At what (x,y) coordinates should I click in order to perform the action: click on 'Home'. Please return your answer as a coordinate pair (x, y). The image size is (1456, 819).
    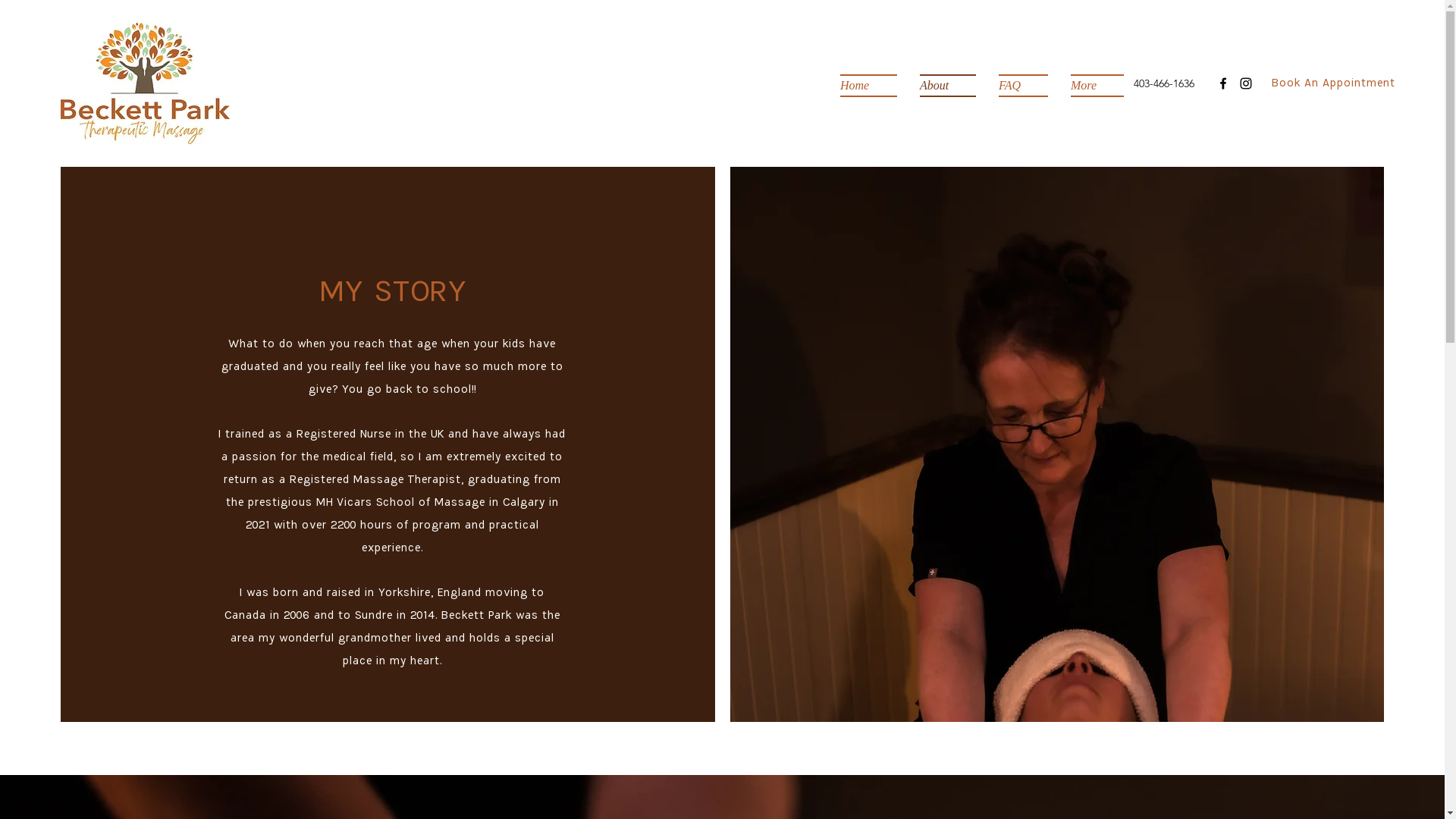
    Looking at the image, I should click on (874, 85).